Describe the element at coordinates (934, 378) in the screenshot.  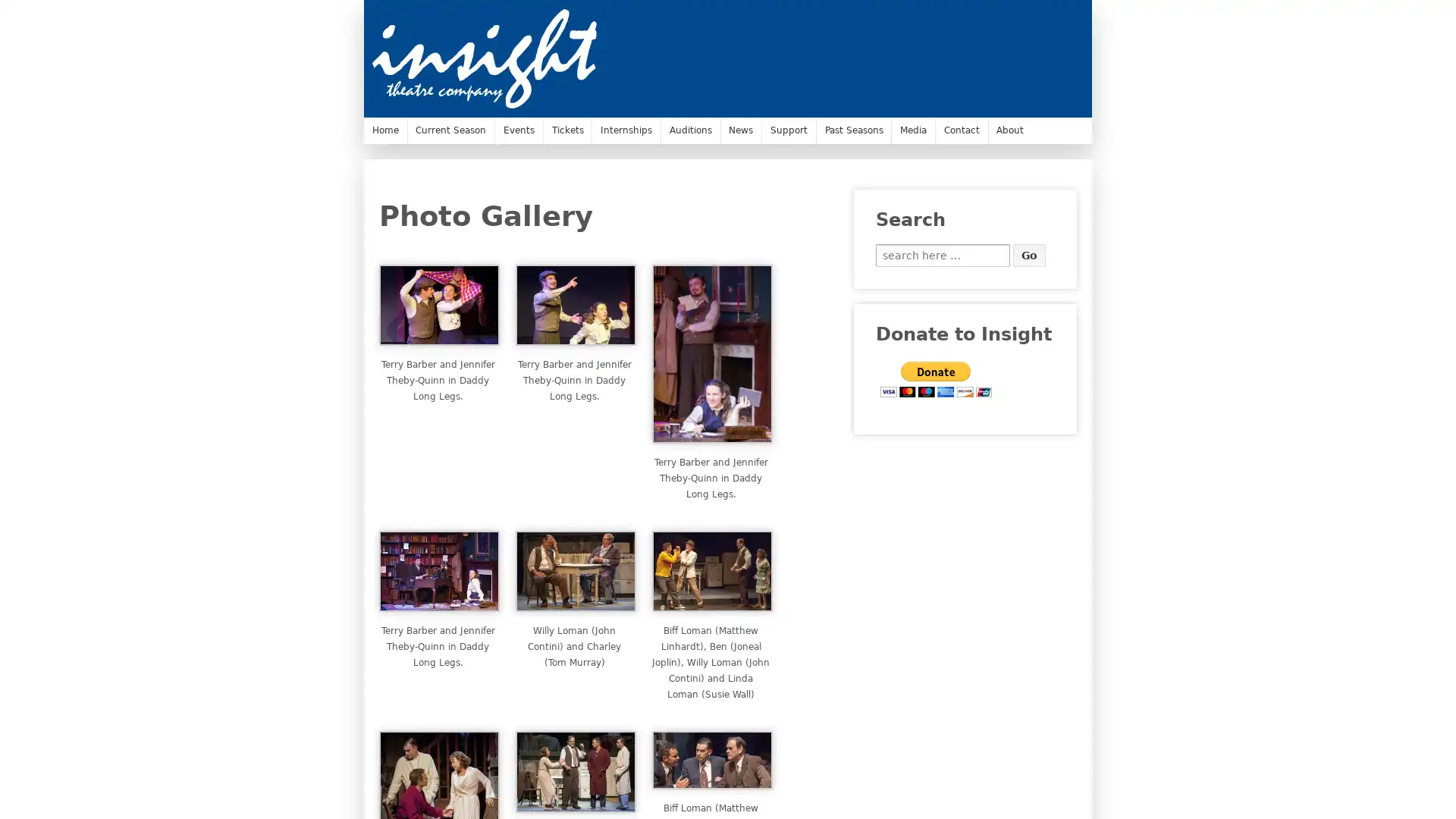
I see `PayPal - The safer, easier way to pay online.` at that location.